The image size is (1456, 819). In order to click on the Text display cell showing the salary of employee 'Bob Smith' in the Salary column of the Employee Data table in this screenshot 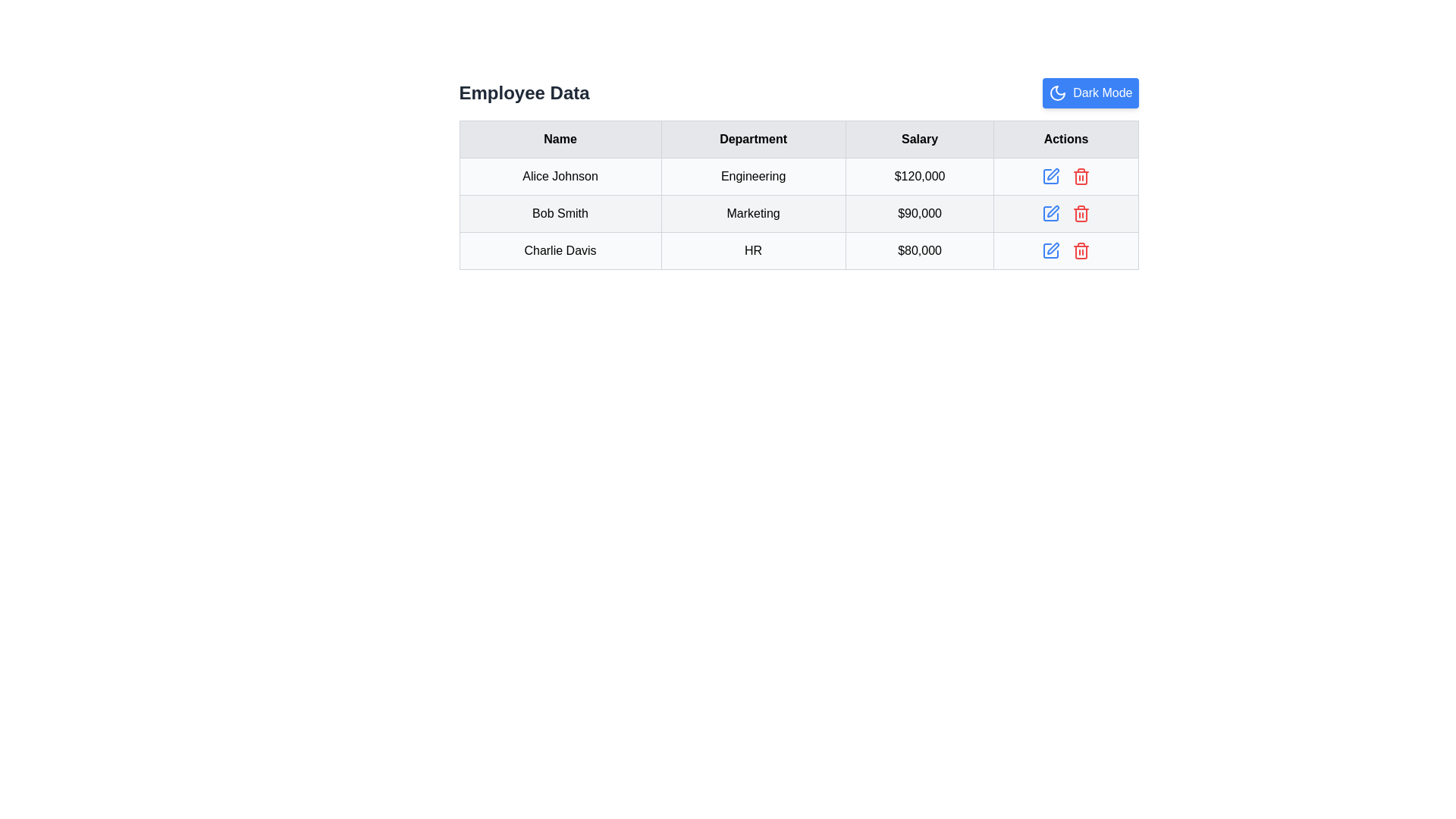, I will do `click(919, 213)`.